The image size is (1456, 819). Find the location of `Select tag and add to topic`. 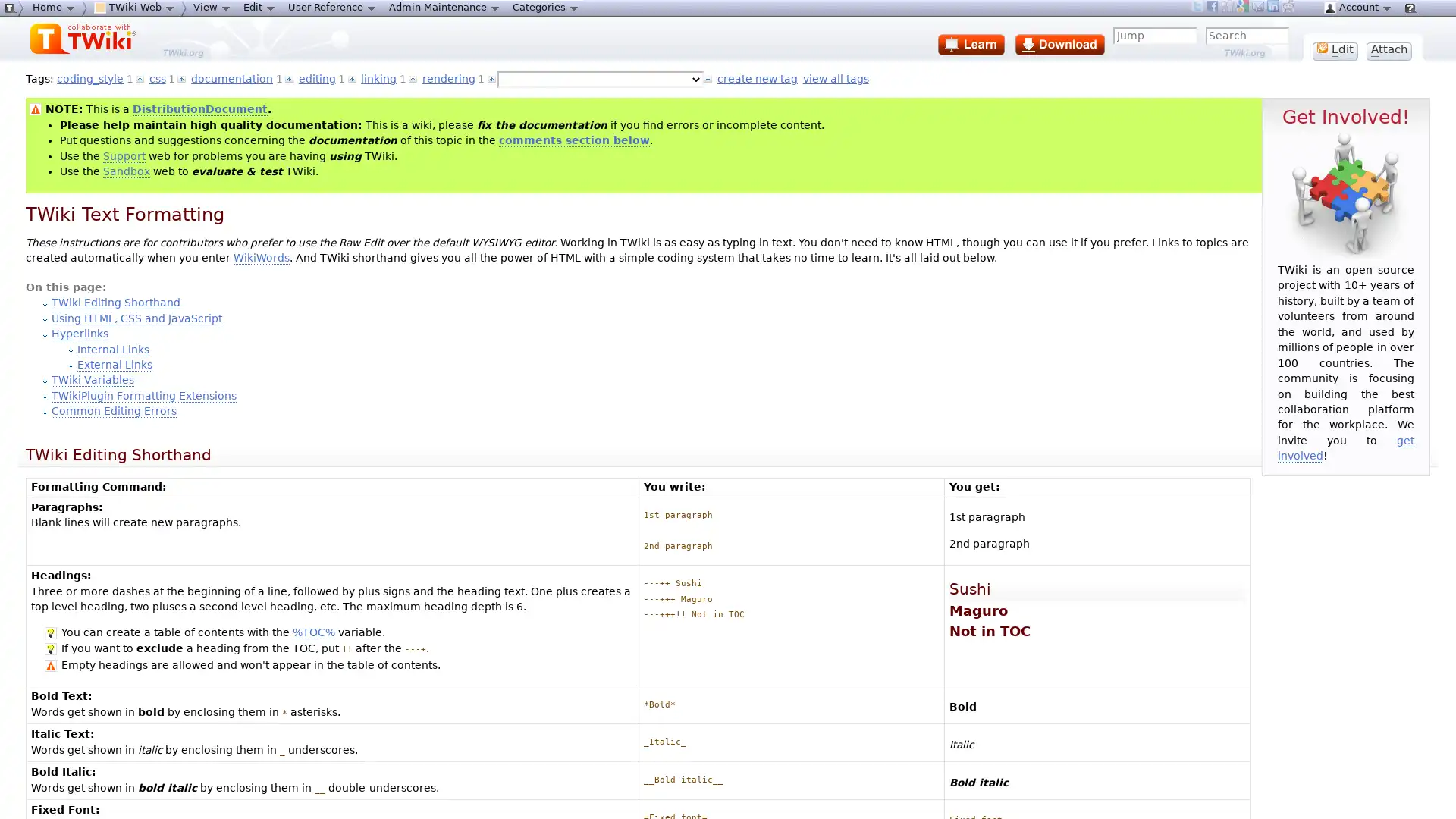

Select tag and add to topic is located at coordinates (707, 79).